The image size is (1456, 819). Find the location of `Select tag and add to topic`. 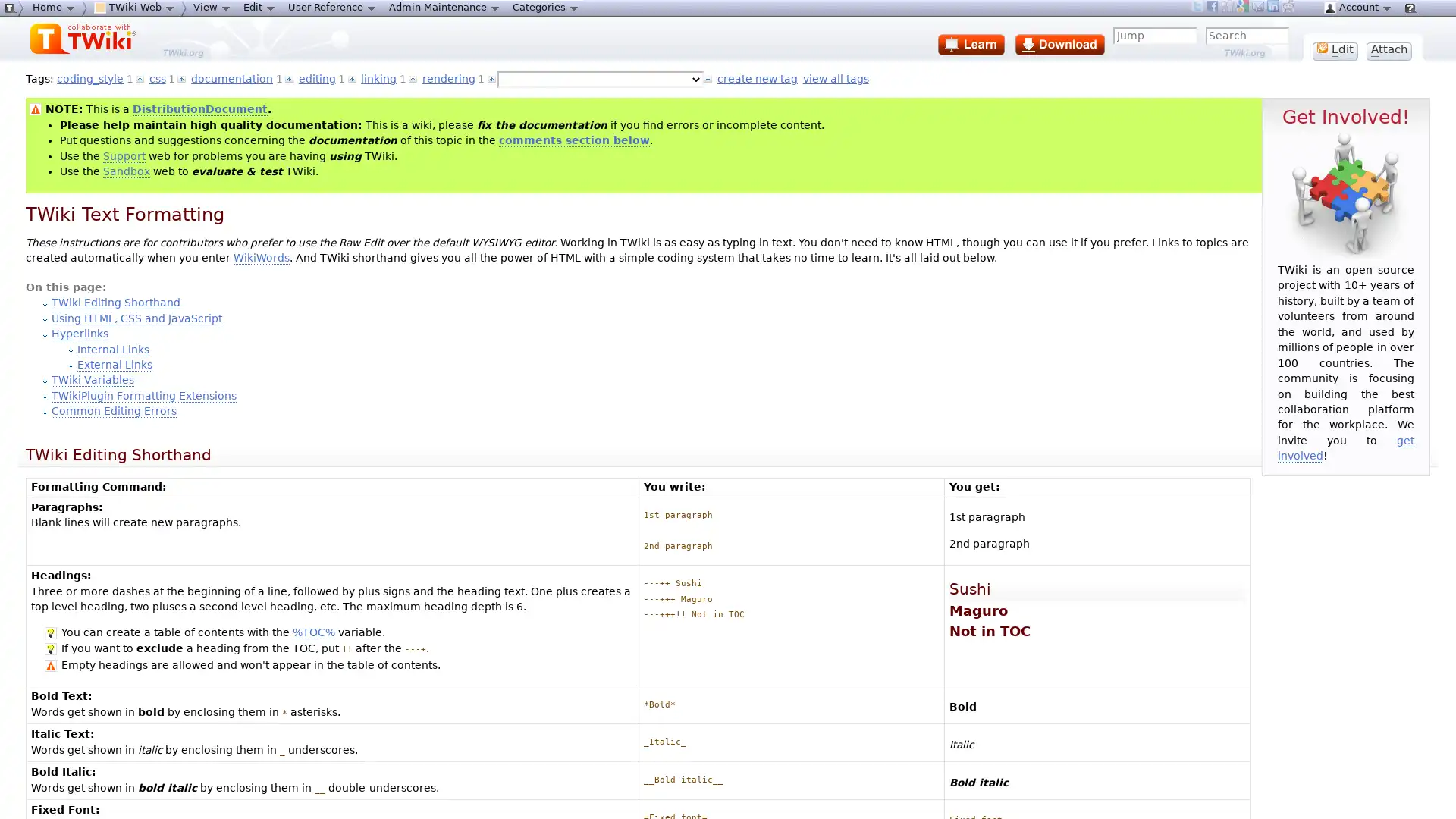

Select tag and add to topic is located at coordinates (707, 79).